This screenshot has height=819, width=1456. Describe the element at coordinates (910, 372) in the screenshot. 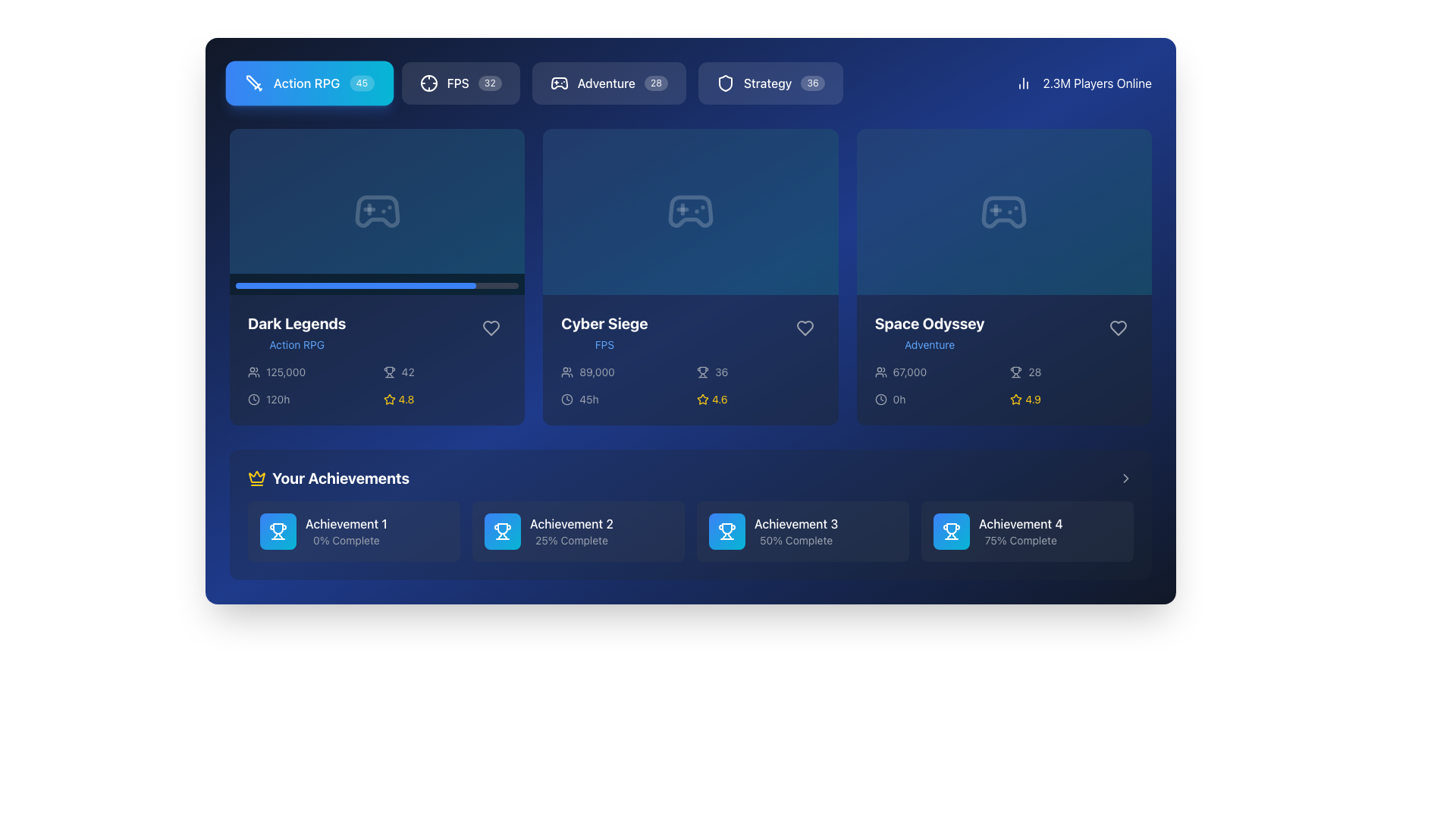

I see `the text label displaying the value '67,000', which is styled in light gray on a dark blue background and located at the bottom section of the 'Space Odyssey' card` at that location.